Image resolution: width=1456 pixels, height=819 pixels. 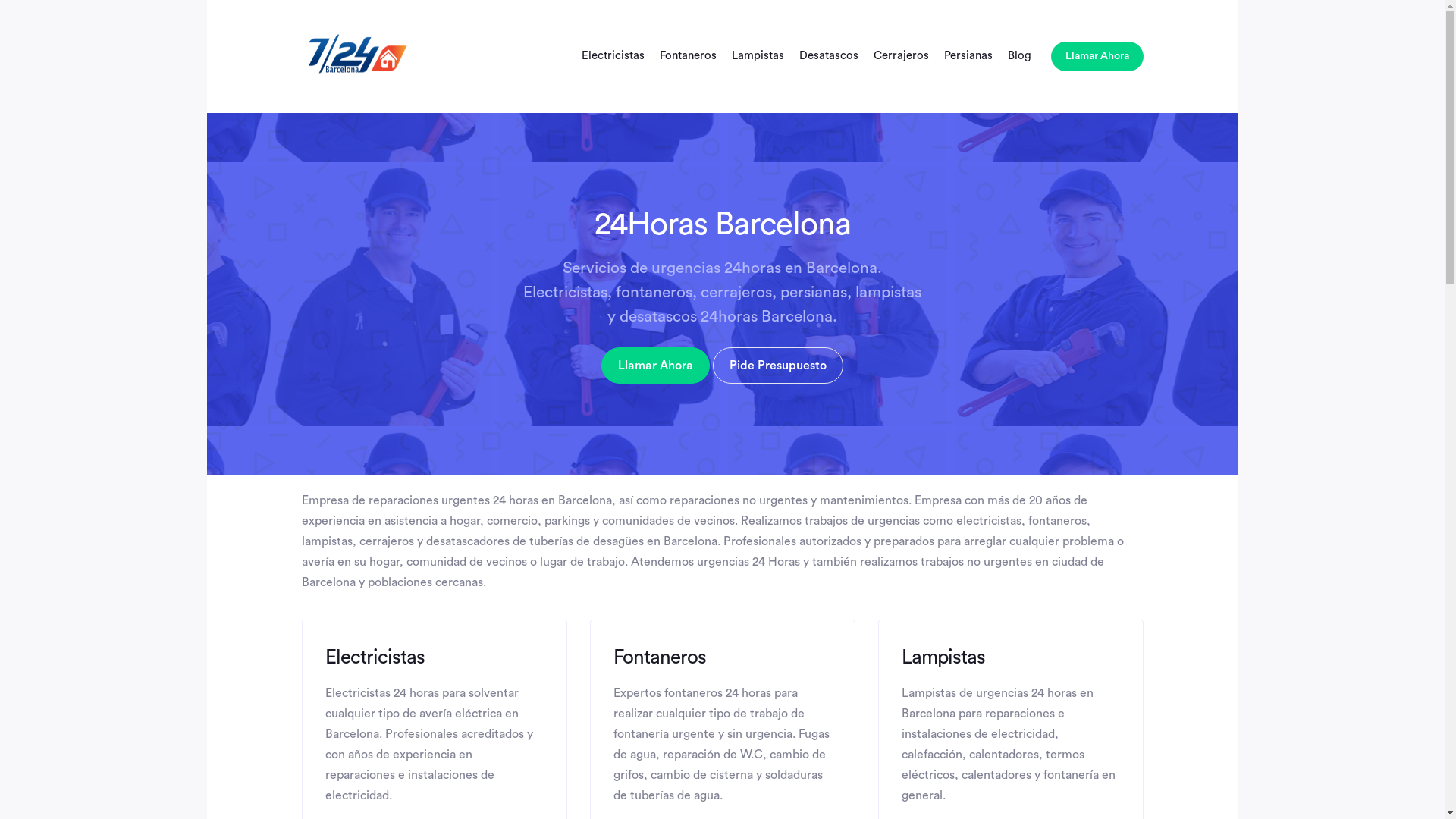 I want to click on 'Llamar Ahora', so click(x=1097, y=55).